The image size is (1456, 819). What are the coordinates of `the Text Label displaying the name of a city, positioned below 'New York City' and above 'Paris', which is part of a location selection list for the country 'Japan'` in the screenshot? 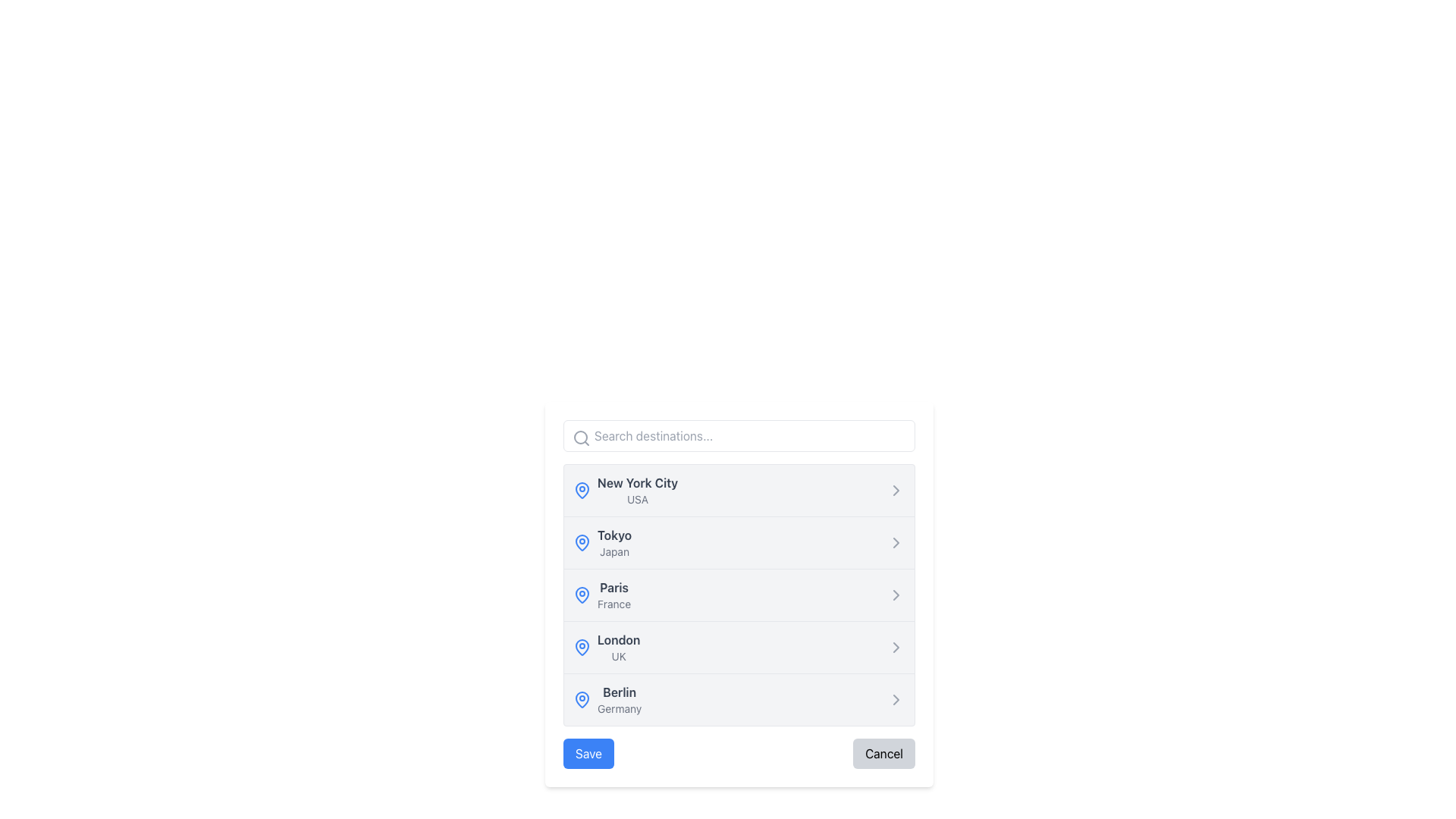 It's located at (614, 534).